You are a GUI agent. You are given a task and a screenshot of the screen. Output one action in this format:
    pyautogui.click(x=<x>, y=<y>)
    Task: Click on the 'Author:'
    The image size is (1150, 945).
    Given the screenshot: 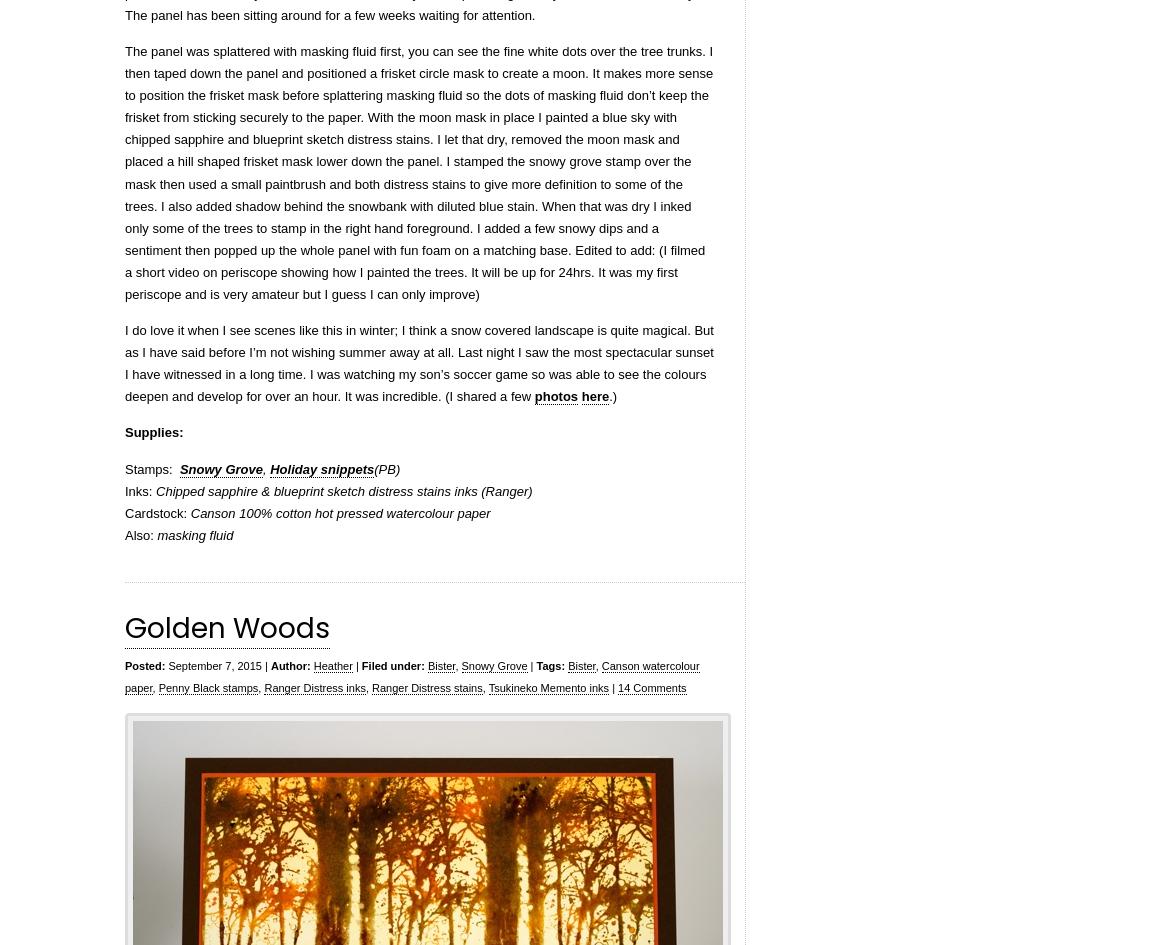 What is the action you would take?
    pyautogui.click(x=290, y=663)
    